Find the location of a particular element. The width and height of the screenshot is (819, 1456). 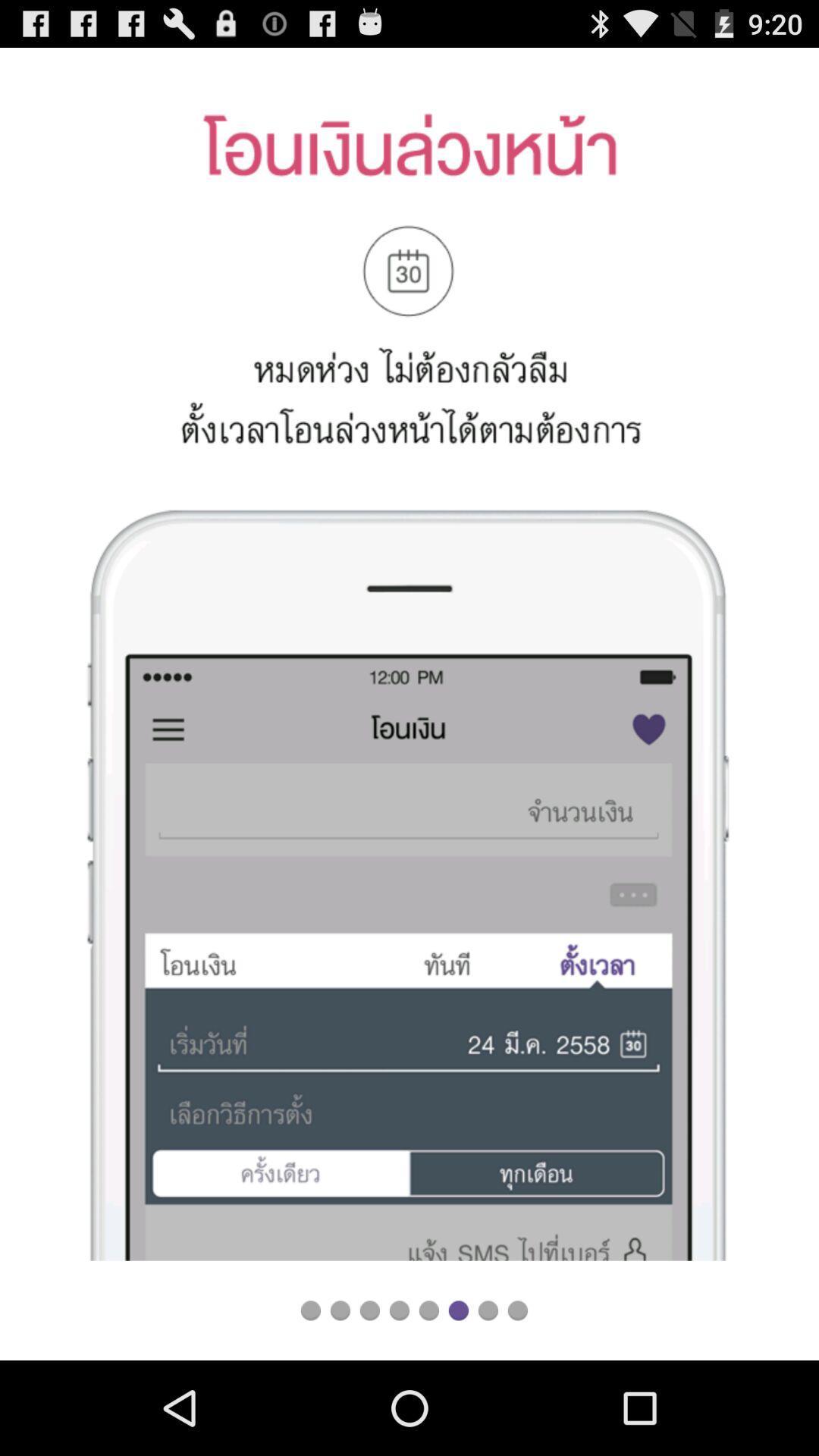

switch to slide first option is located at coordinates (309, 1310).